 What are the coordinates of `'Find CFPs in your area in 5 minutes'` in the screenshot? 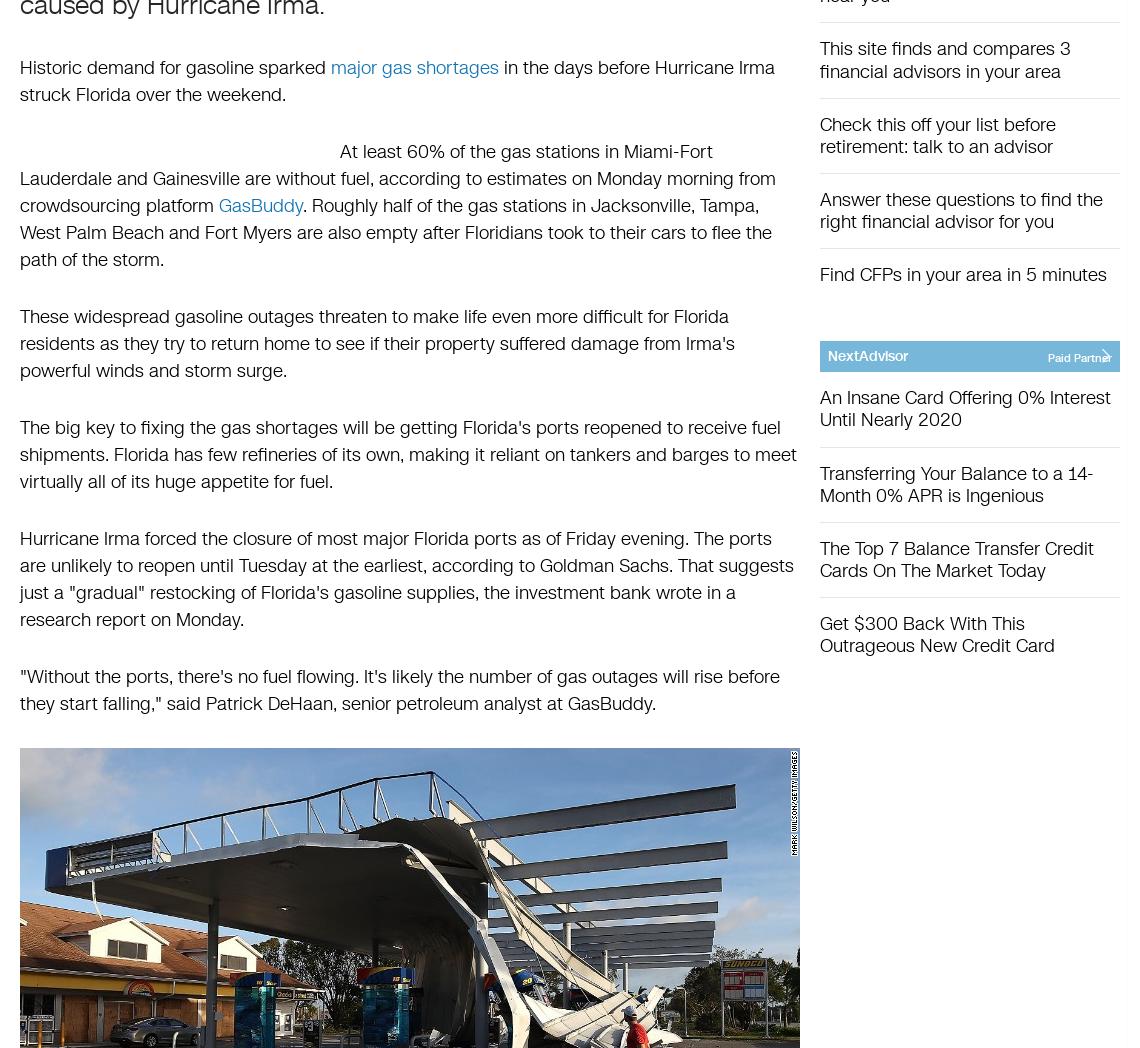 It's located at (962, 273).